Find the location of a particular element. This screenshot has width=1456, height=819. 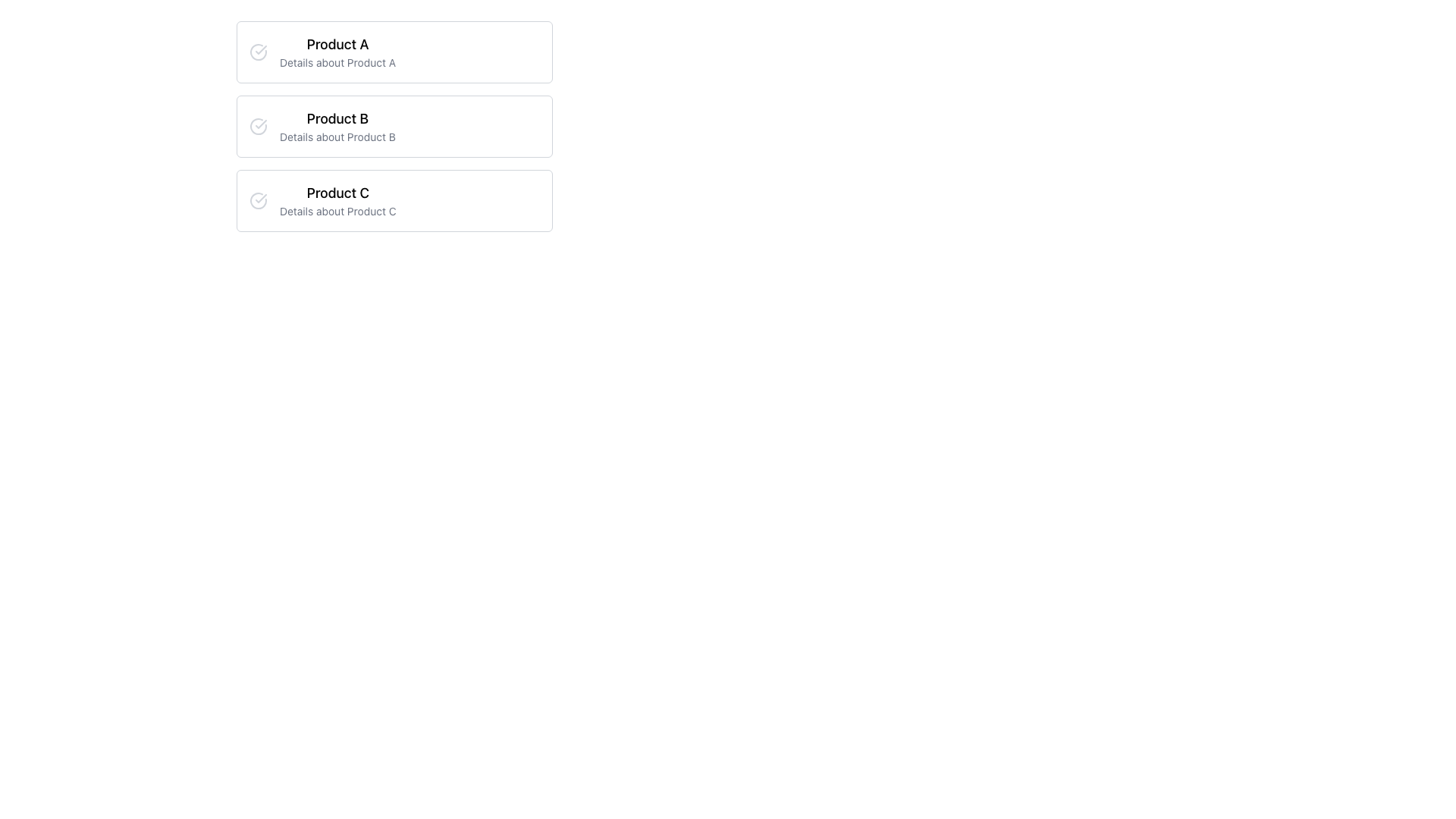

text label that displays 'Details about Product C', which is a smaller, gray text positioned directly below the bolded title 'Product C' is located at coordinates (337, 211).